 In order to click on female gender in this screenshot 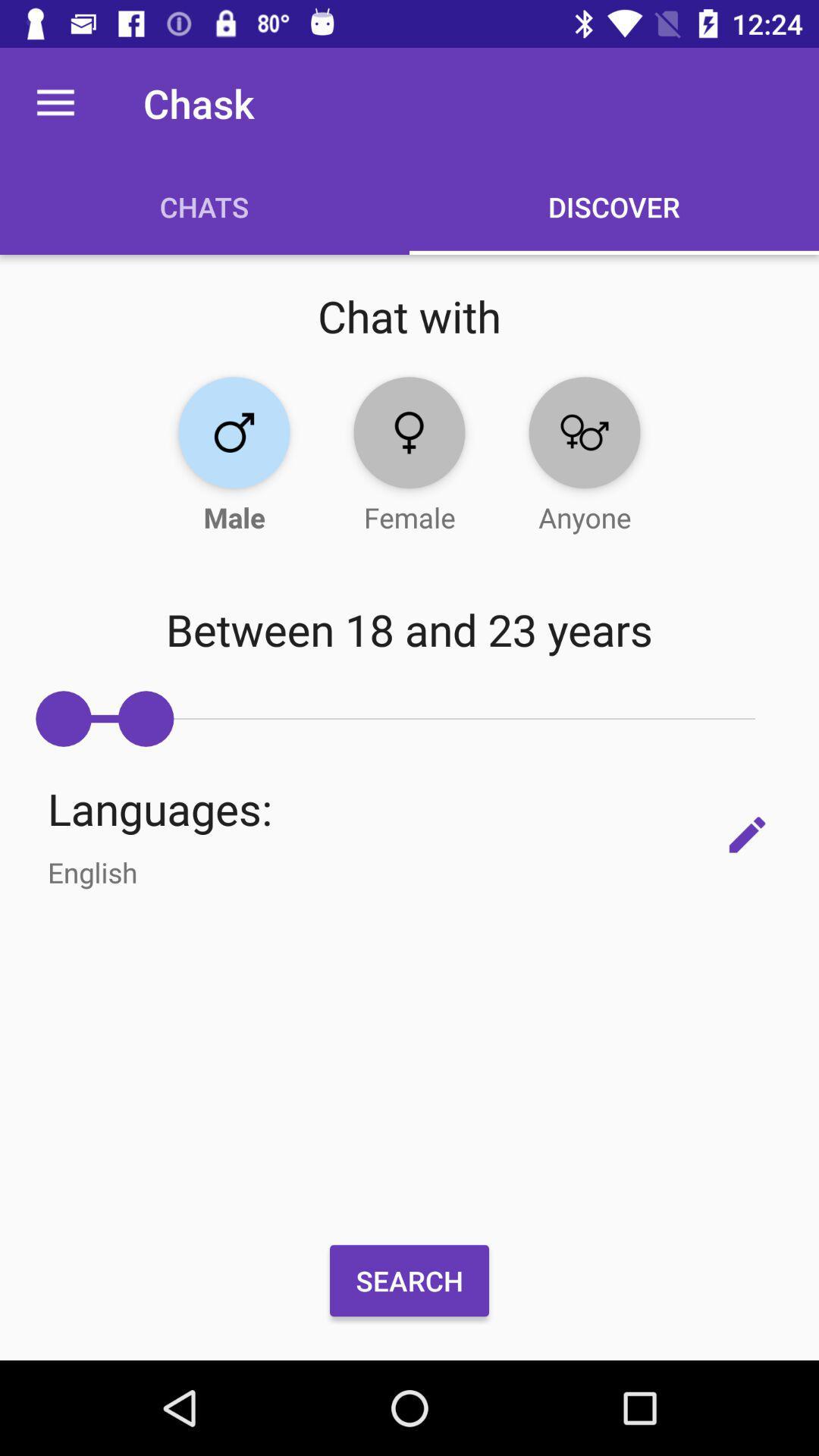, I will do `click(409, 431)`.